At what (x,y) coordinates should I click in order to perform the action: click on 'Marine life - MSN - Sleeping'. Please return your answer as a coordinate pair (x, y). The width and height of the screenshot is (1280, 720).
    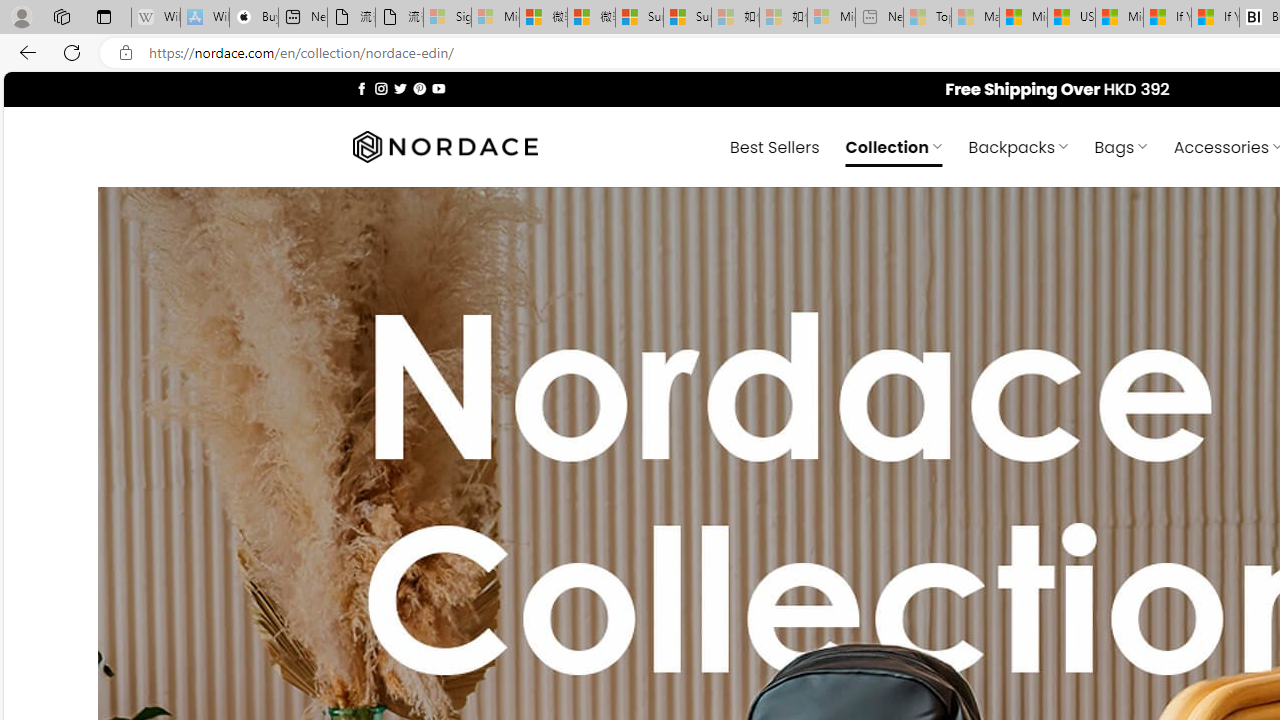
    Looking at the image, I should click on (976, 17).